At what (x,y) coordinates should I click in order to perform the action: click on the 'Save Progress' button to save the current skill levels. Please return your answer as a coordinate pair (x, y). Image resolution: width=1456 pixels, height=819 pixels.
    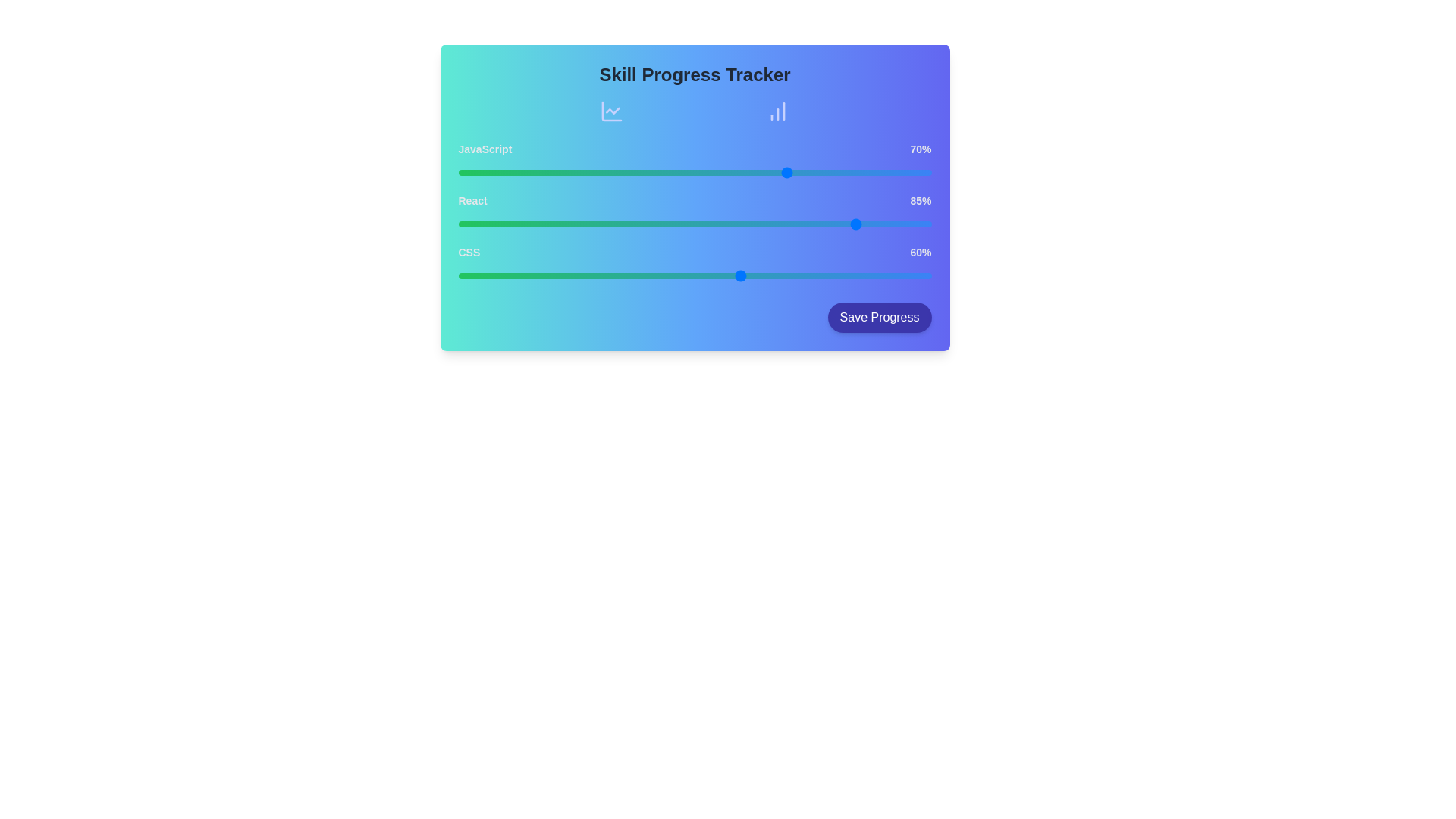
    Looking at the image, I should click on (880, 317).